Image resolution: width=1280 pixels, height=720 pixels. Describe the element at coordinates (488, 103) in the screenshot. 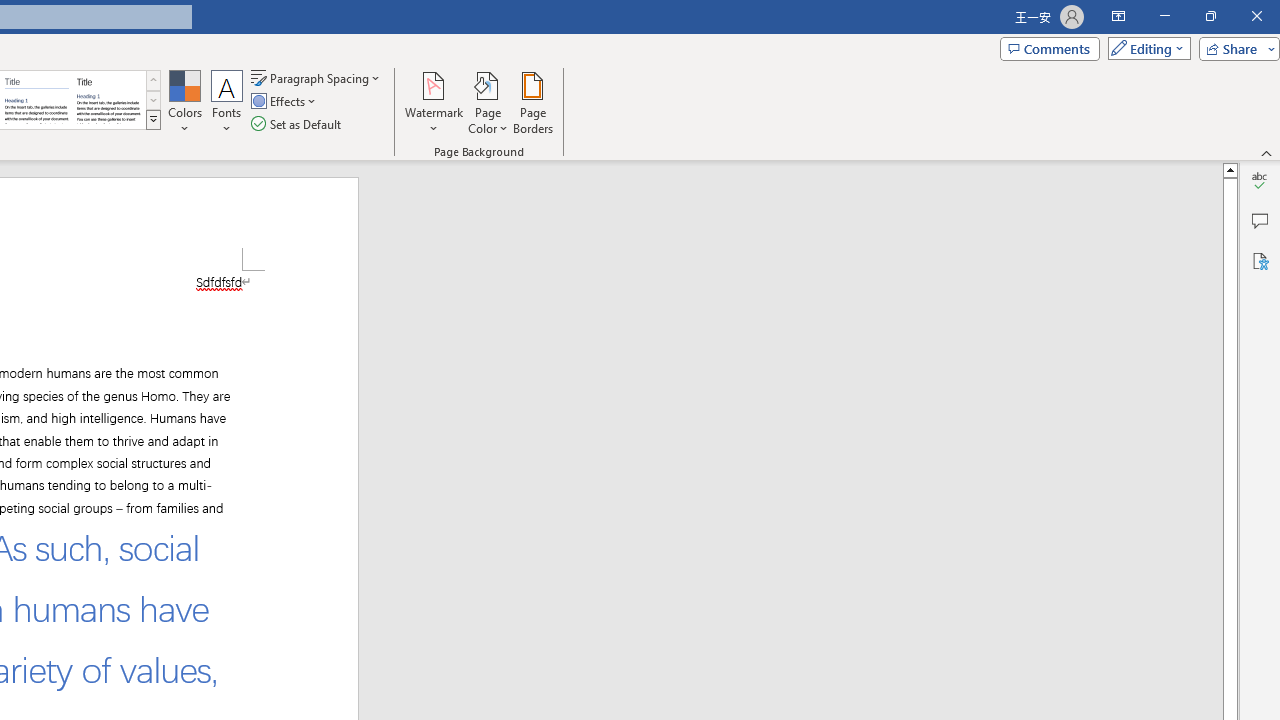

I see `'Page Color'` at that location.